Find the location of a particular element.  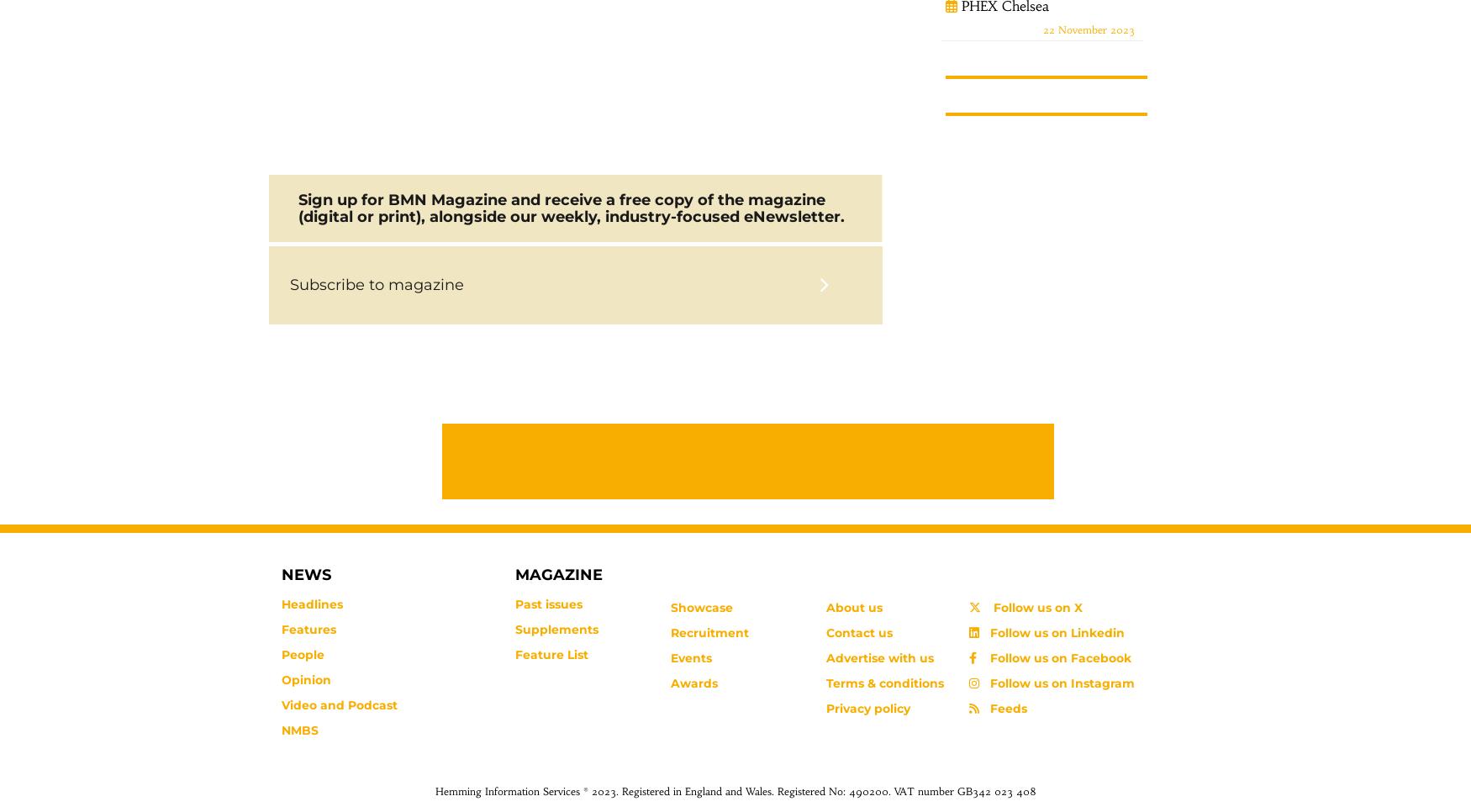

'Terms & conditions' is located at coordinates (883, 683).